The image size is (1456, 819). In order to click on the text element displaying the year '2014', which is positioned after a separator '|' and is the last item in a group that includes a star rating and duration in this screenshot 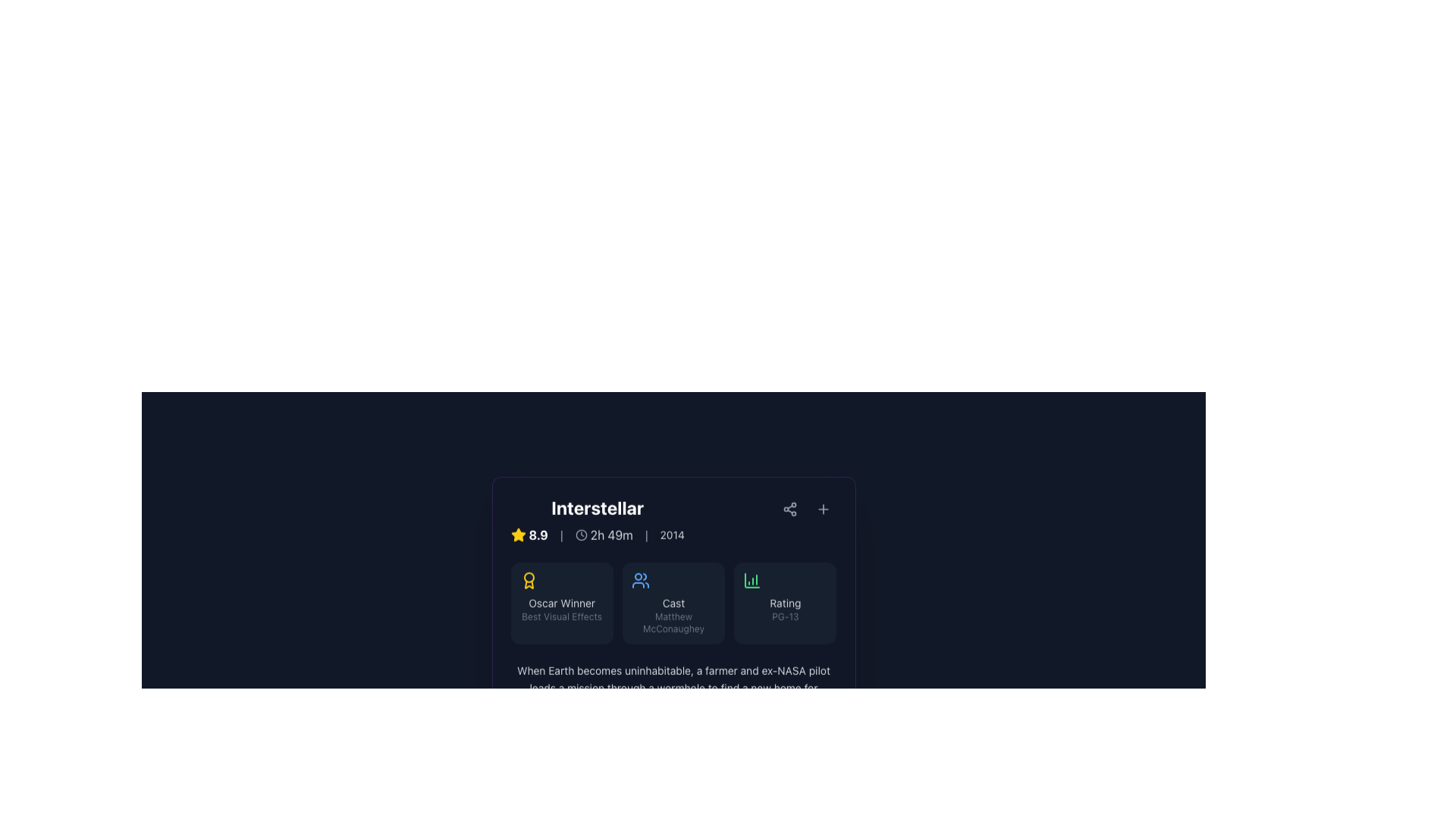, I will do `click(671, 534)`.